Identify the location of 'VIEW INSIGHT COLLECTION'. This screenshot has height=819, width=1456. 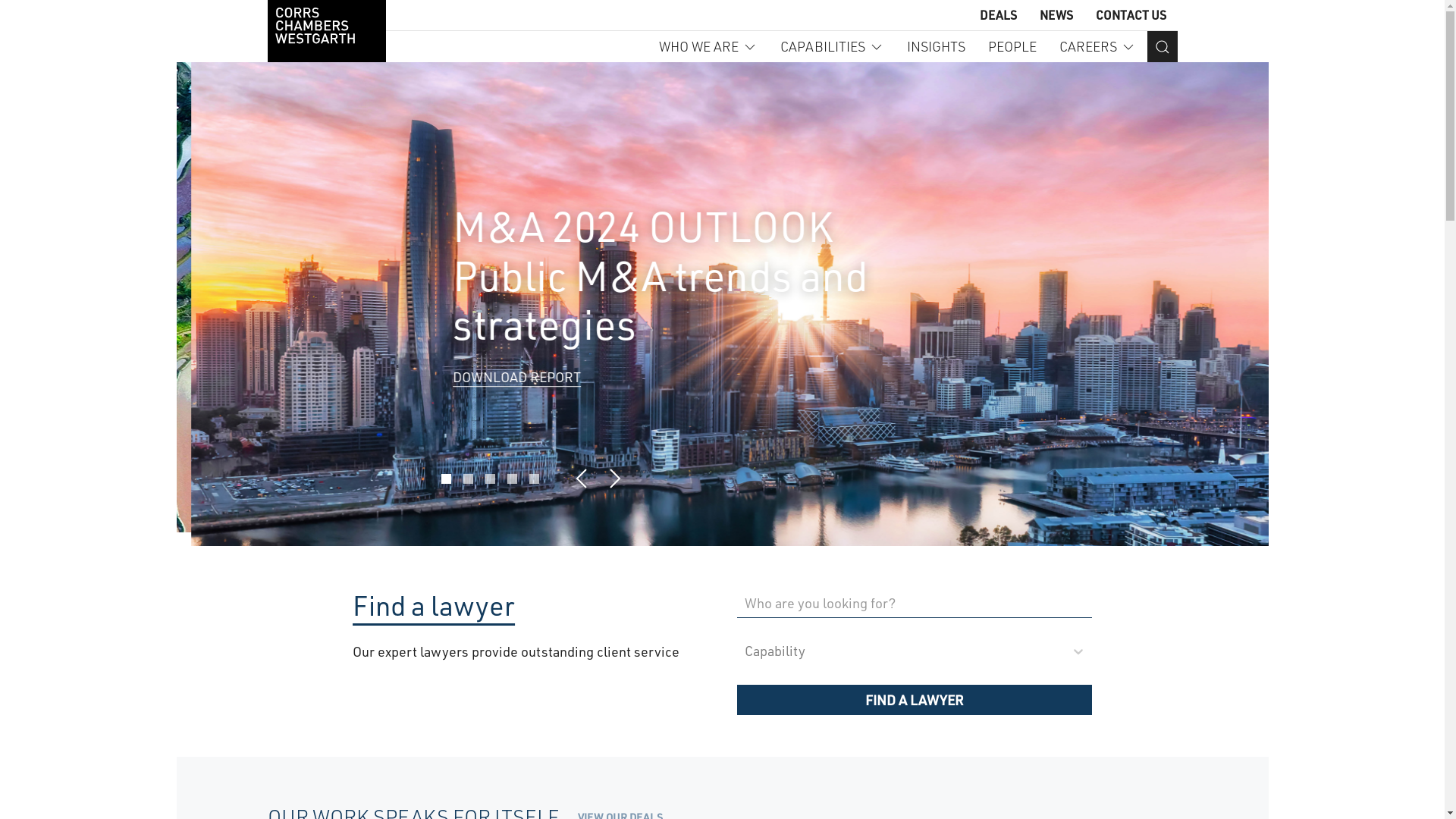
(522, 394).